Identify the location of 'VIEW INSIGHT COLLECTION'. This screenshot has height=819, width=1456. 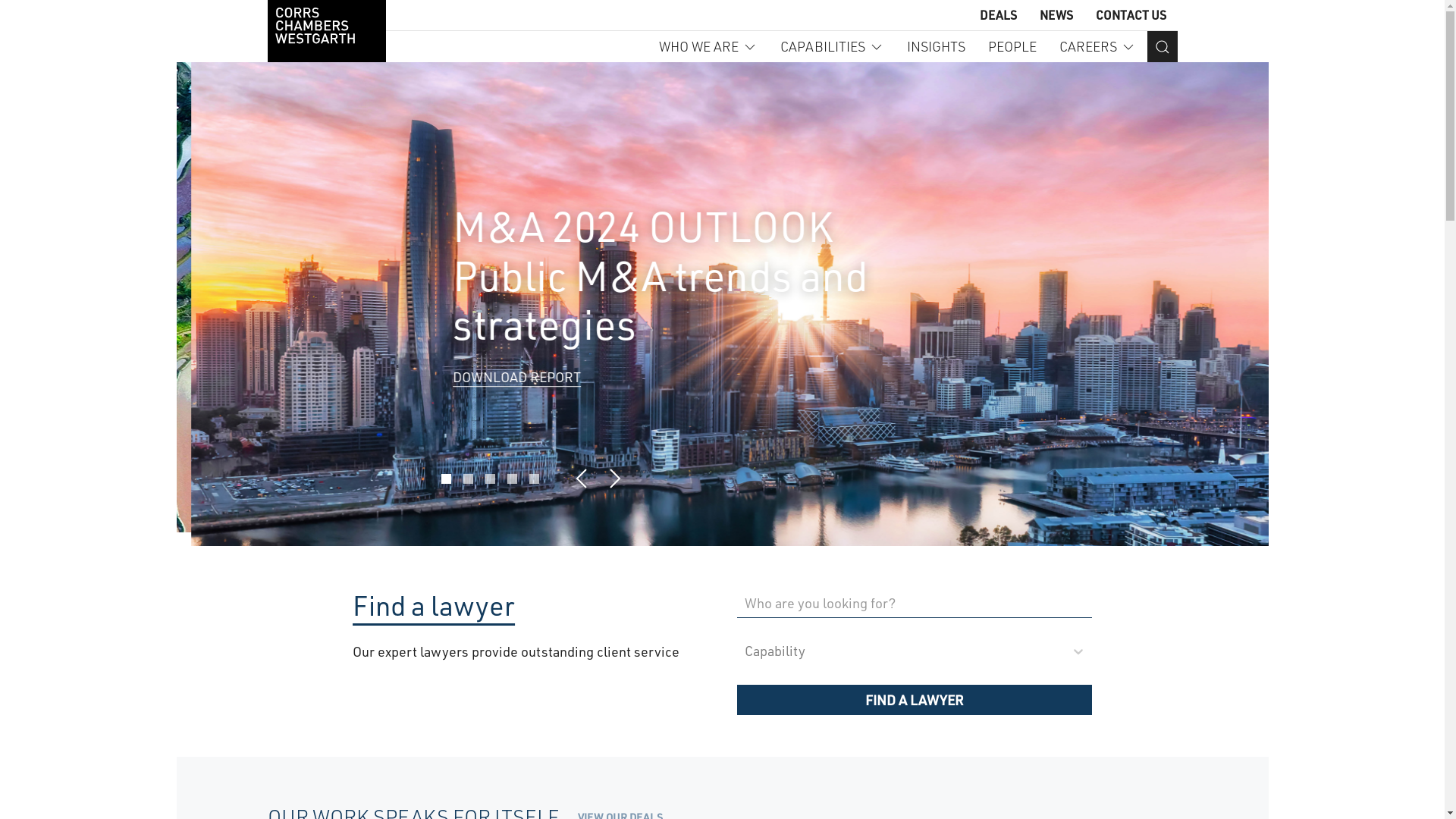
(522, 394).